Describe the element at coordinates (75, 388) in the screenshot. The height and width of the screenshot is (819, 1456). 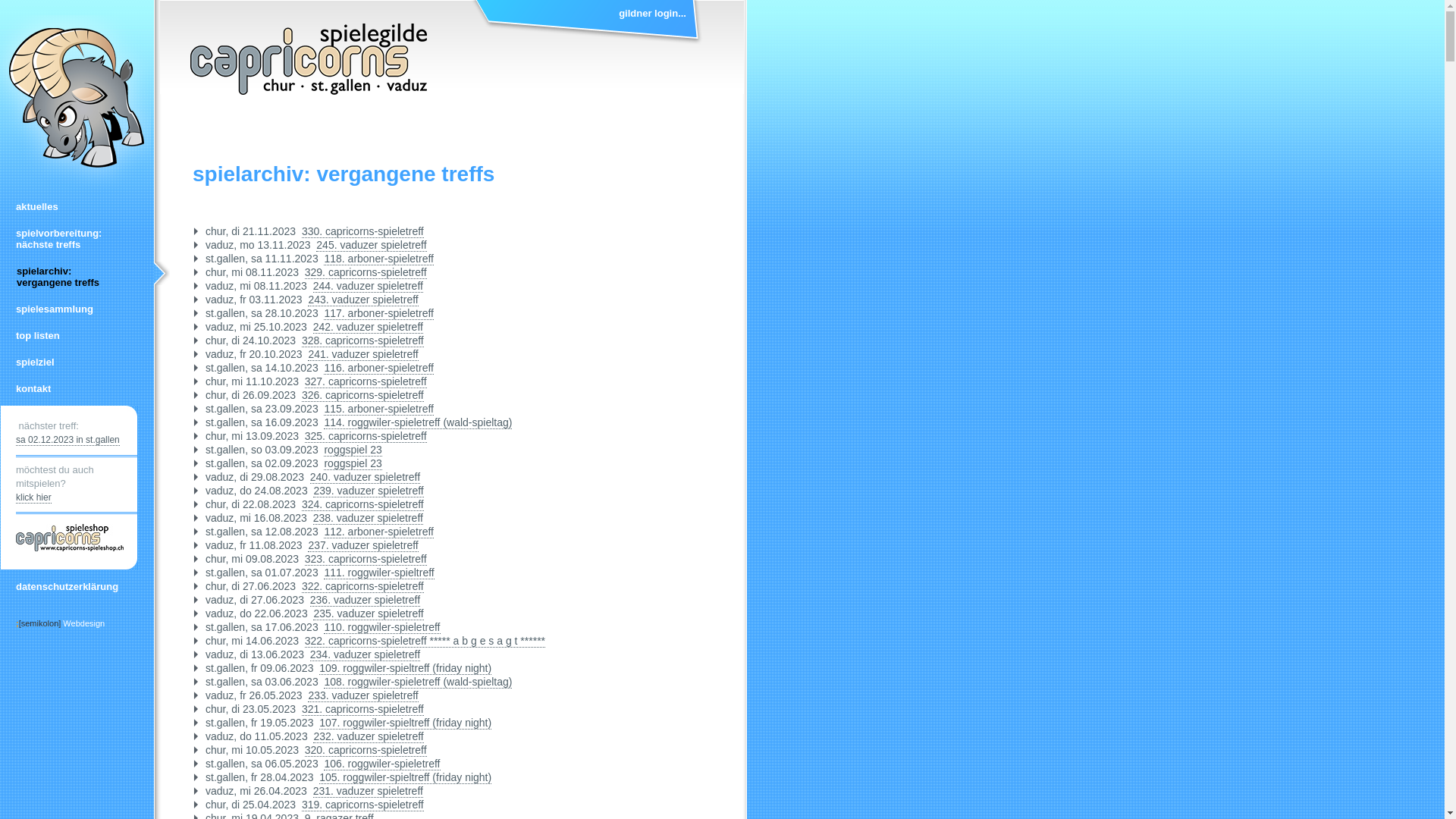
I see `'kontakt'` at that location.